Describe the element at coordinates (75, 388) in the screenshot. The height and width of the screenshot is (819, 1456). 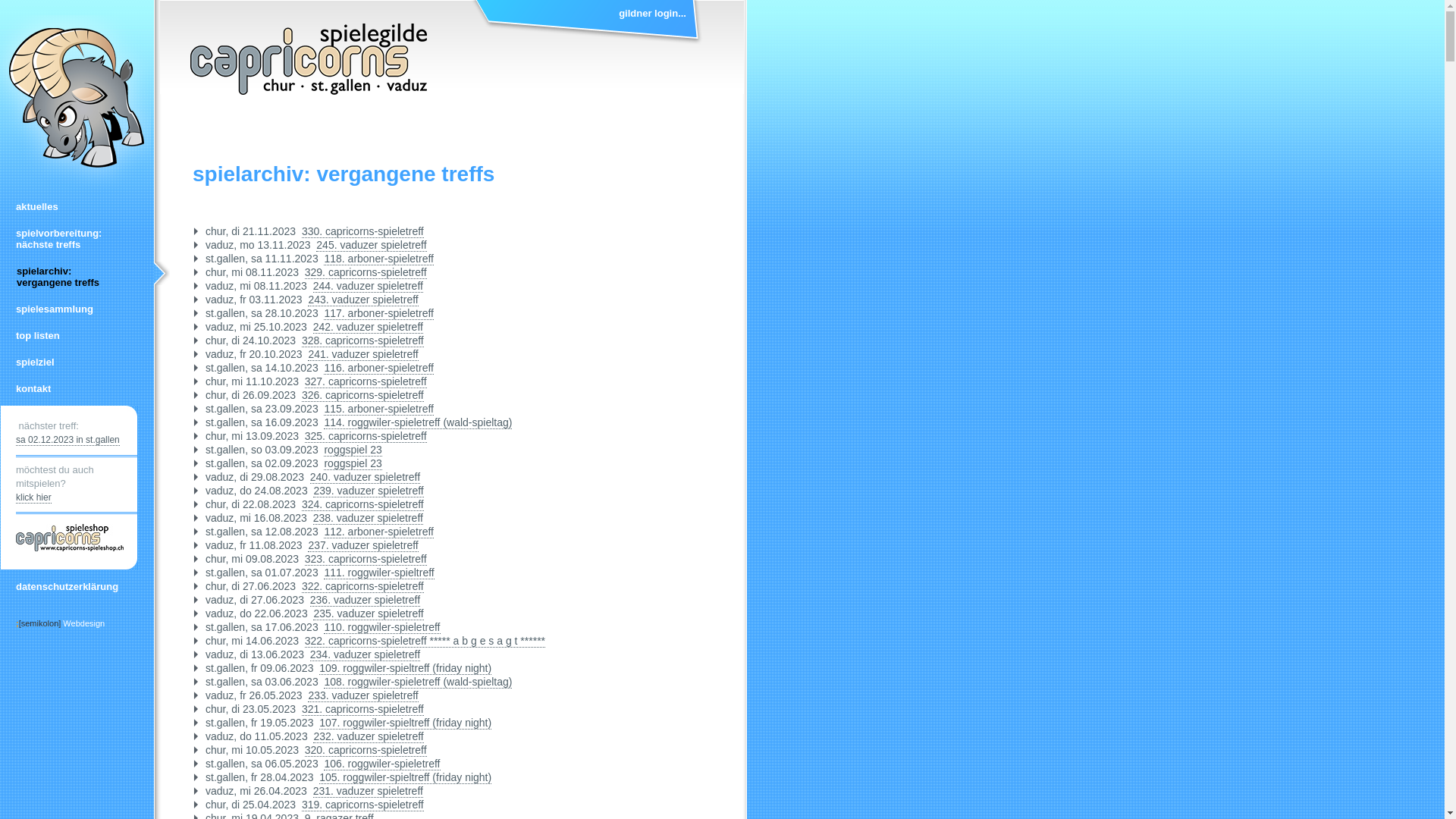
I see `'kontakt'` at that location.